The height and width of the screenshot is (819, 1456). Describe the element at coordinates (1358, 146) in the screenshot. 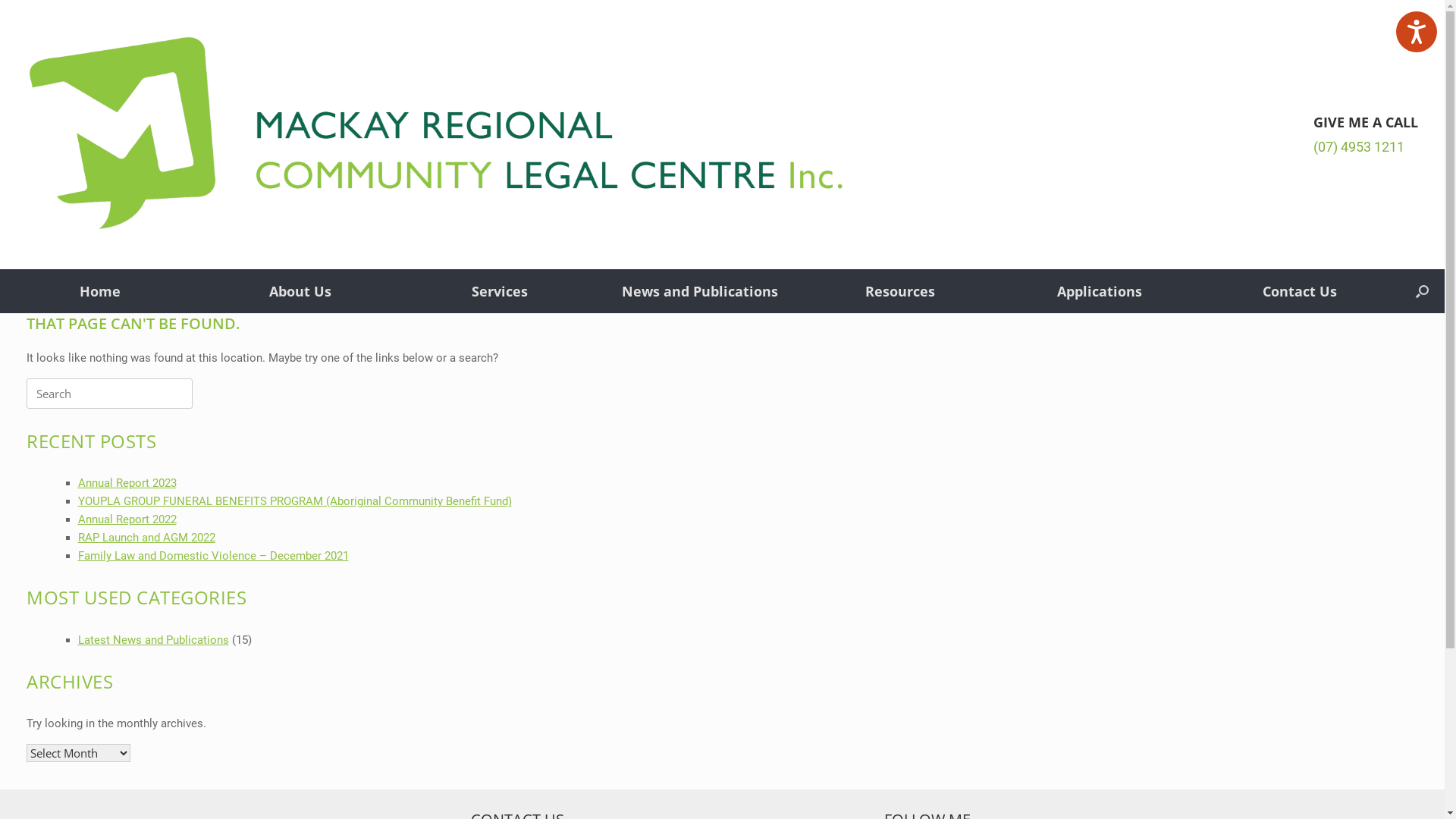

I see `'(07) 4953 1211'` at that location.